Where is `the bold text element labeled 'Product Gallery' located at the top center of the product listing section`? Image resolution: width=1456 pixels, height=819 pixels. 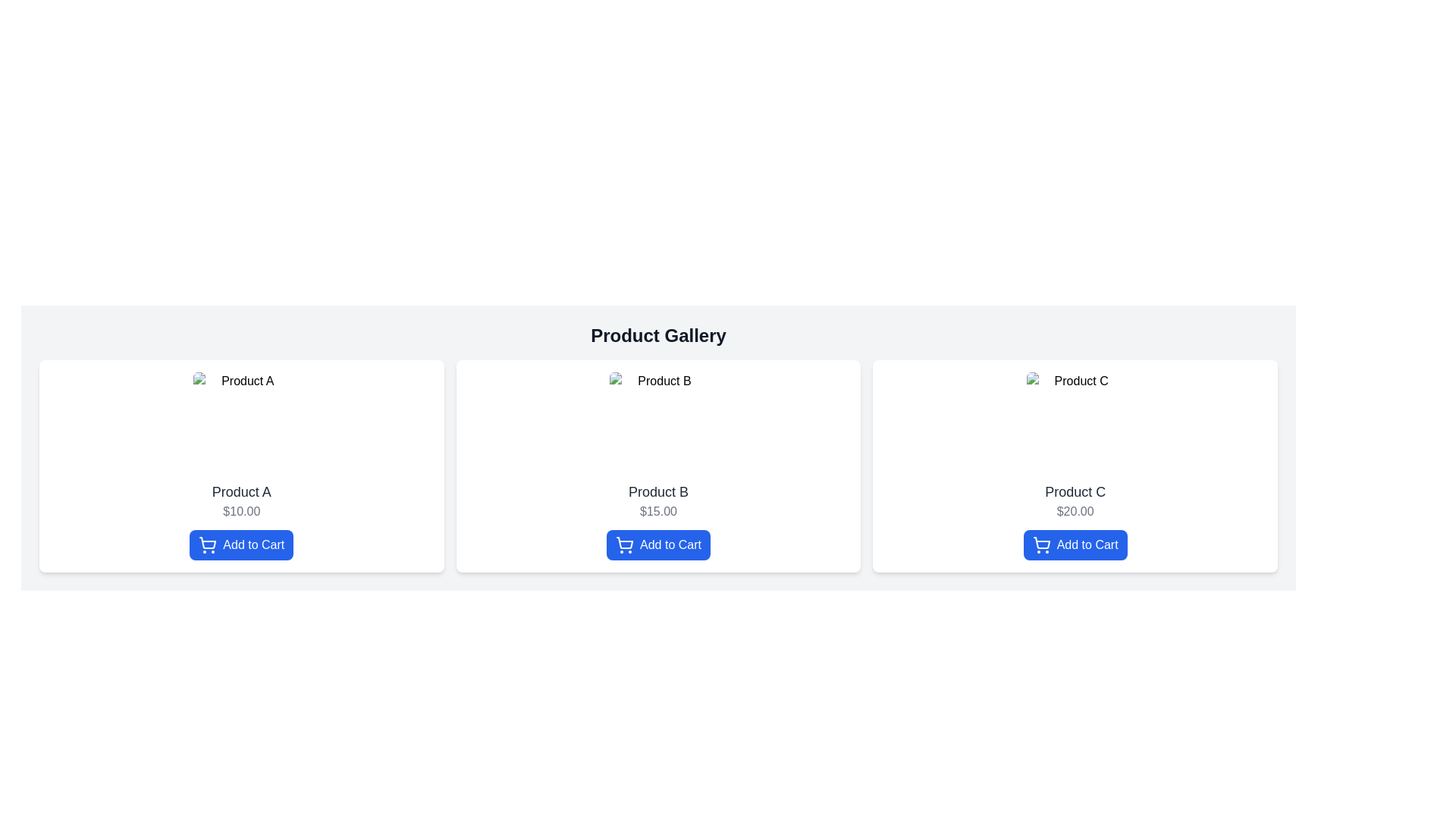
the bold text element labeled 'Product Gallery' located at the top center of the product listing section is located at coordinates (658, 335).